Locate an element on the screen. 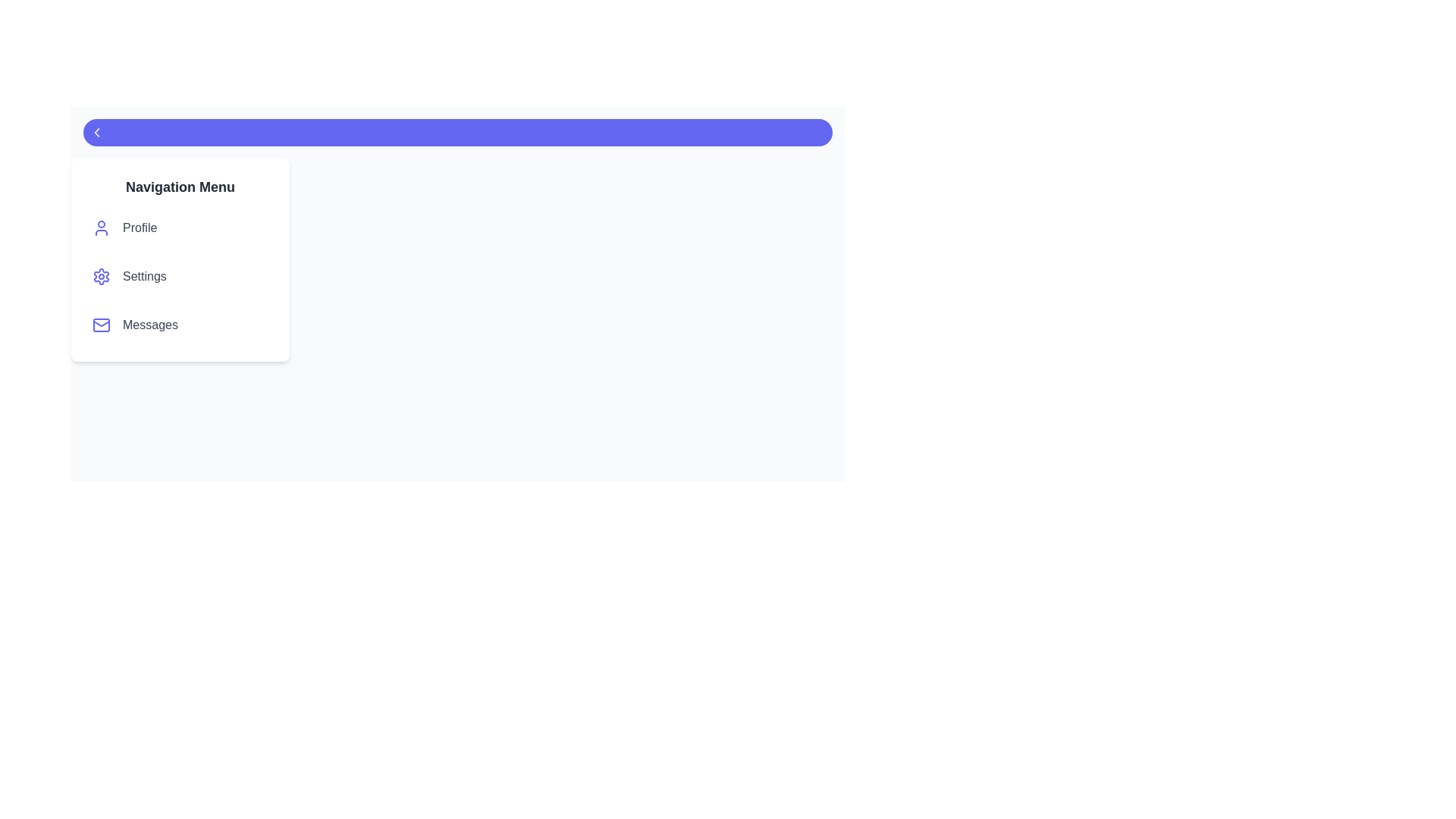 The width and height of the screenshot is (1456, 819). the menu item labeled 'Profile' in the drawer is located at coordinates (180, 227).